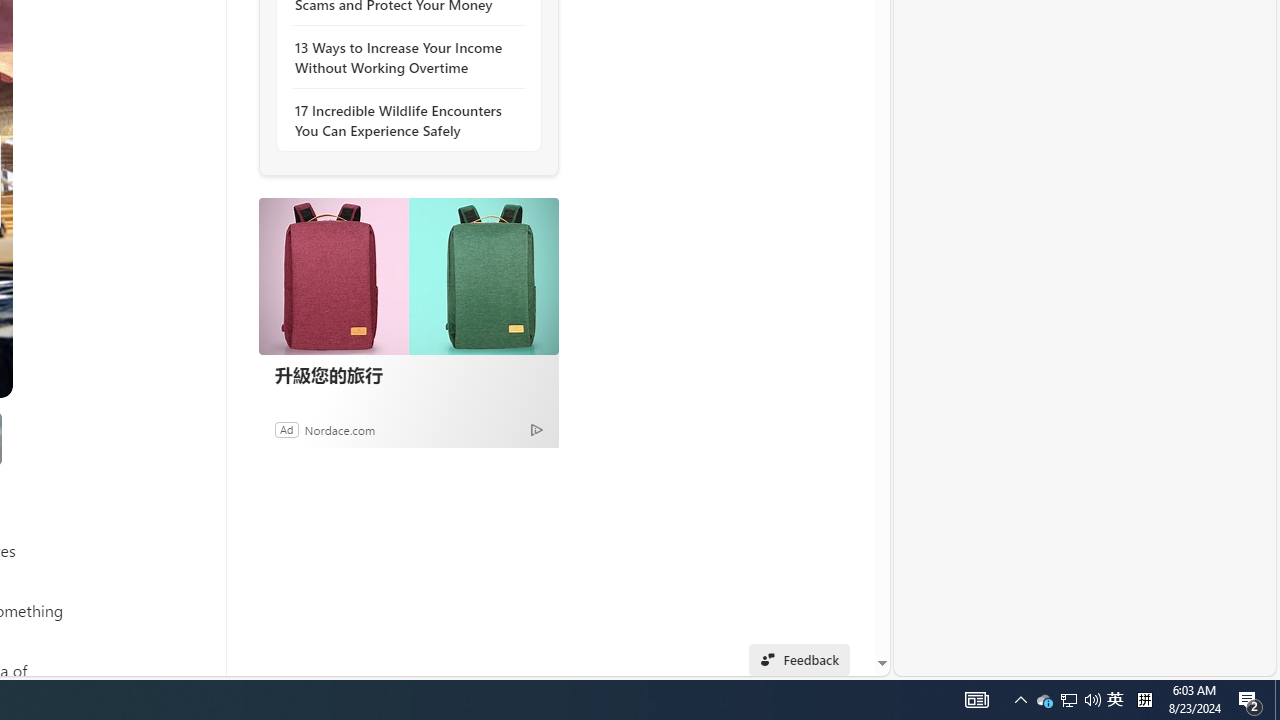  What do you see at coordinates (402, 56) in the screenshot?
I see `'13 Ways to Increase Your Income Without Working Overtime'` at bounding box center [402, 56].